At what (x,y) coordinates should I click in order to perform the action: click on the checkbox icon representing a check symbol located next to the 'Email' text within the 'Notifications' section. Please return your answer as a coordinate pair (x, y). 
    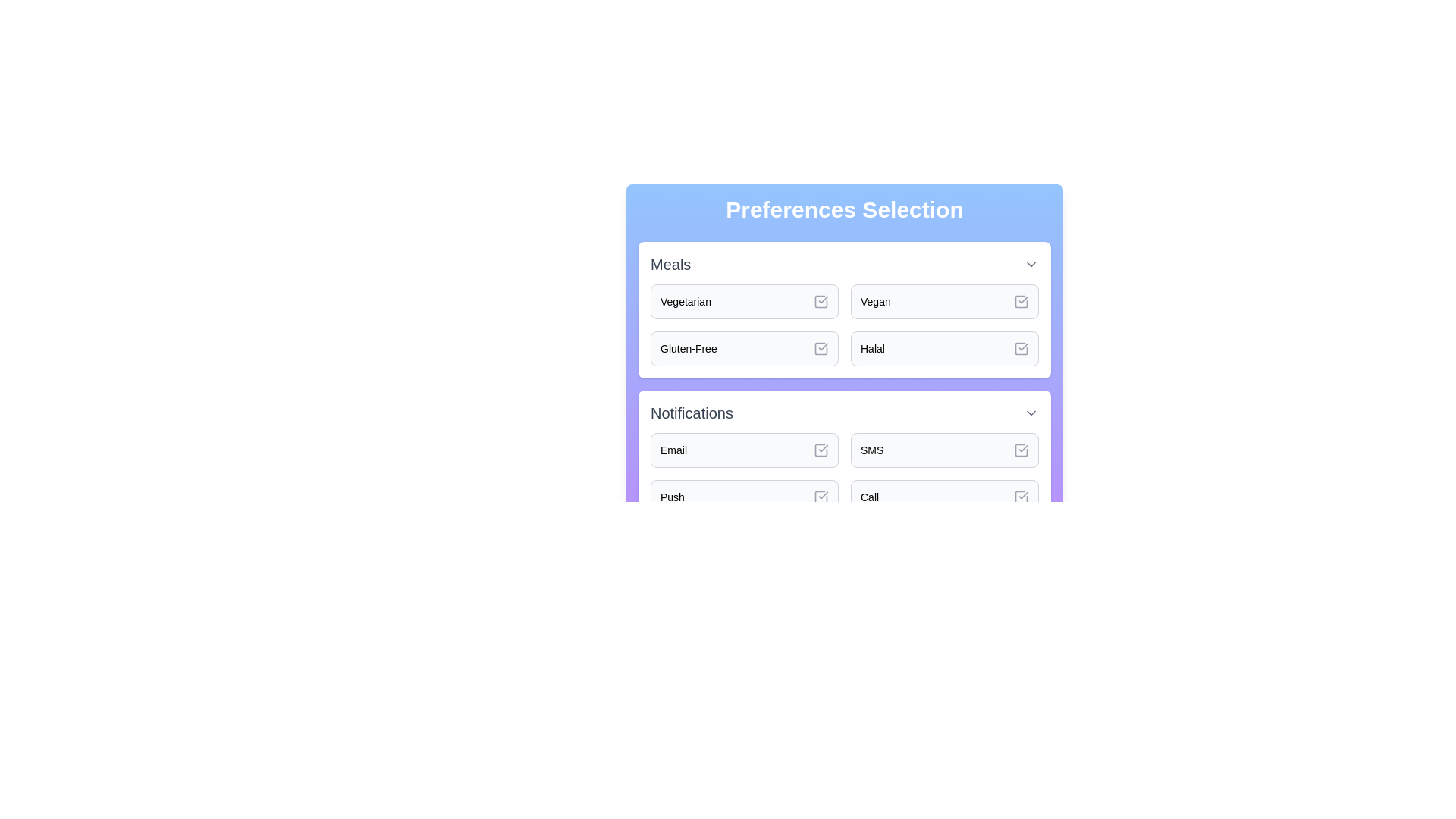
    Looking at the image, I should click on (821, 450).